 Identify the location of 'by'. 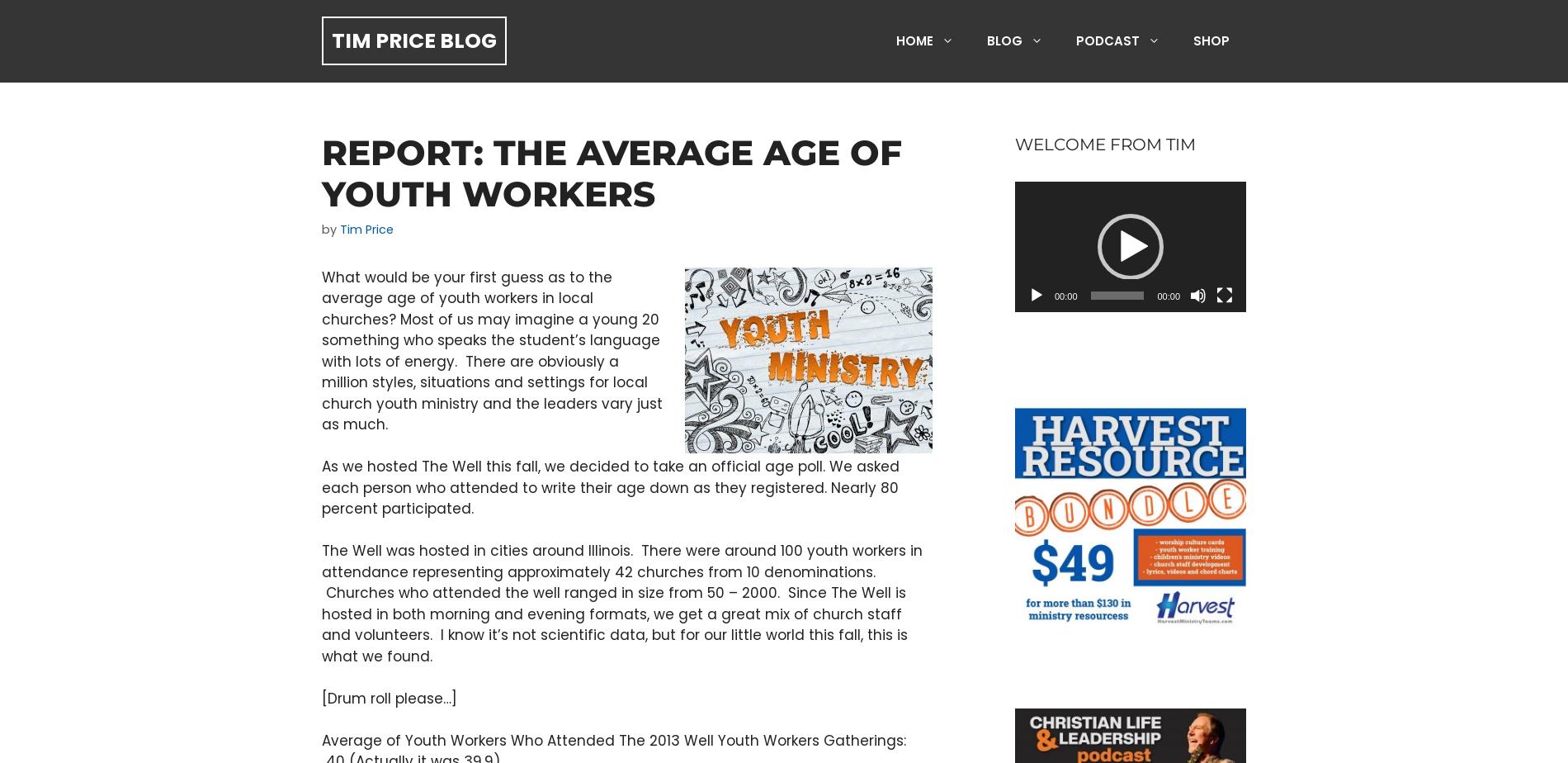
(321, 230).